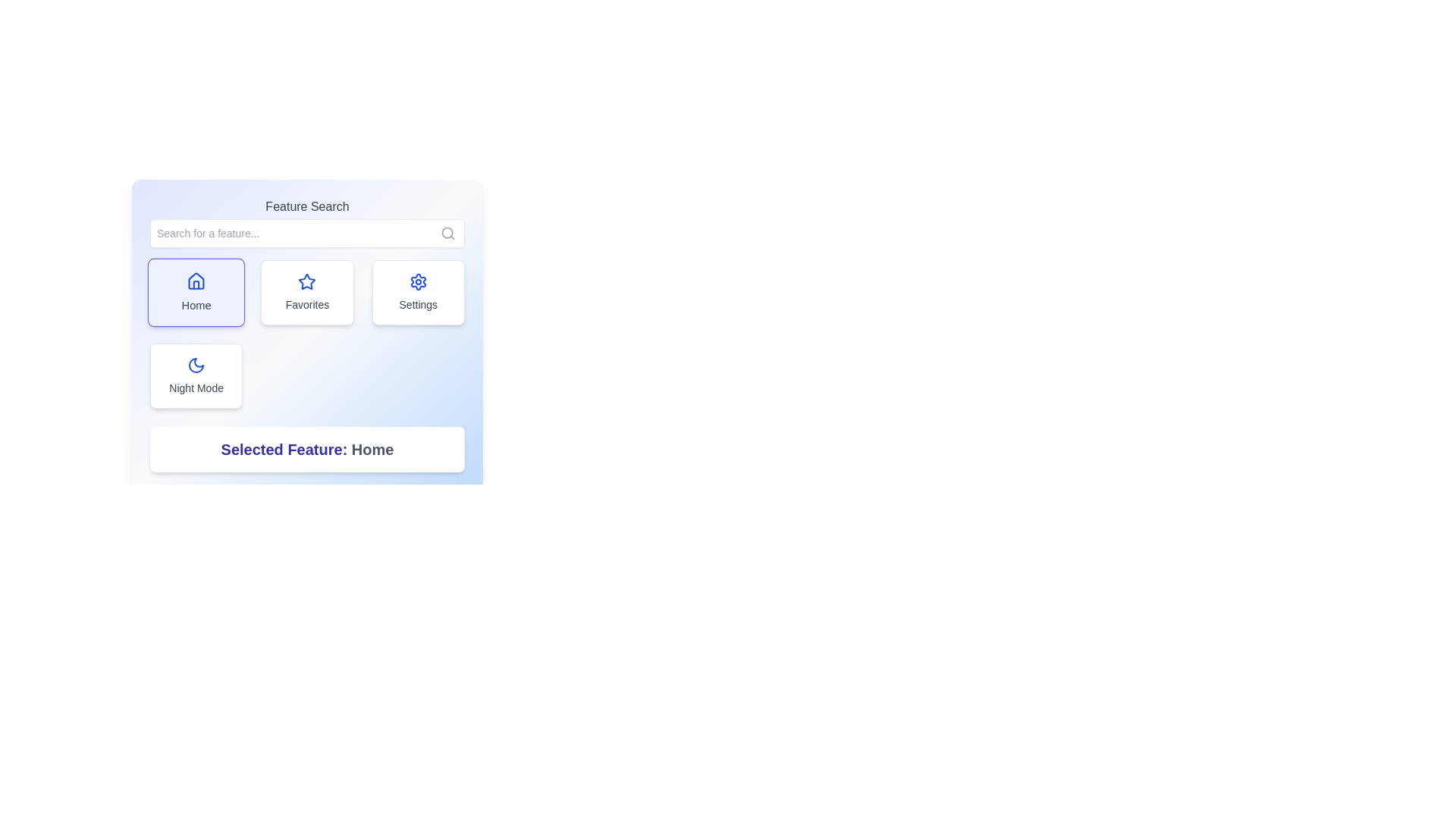  What do you see at coordinates (196, 281) in the screenshot?
I see `the house-shaped icon within the 'Home' button, which features a geometric outline and a window-like detail, located in the top-left corner of the grid of icons` at bounding box center [196, 281].